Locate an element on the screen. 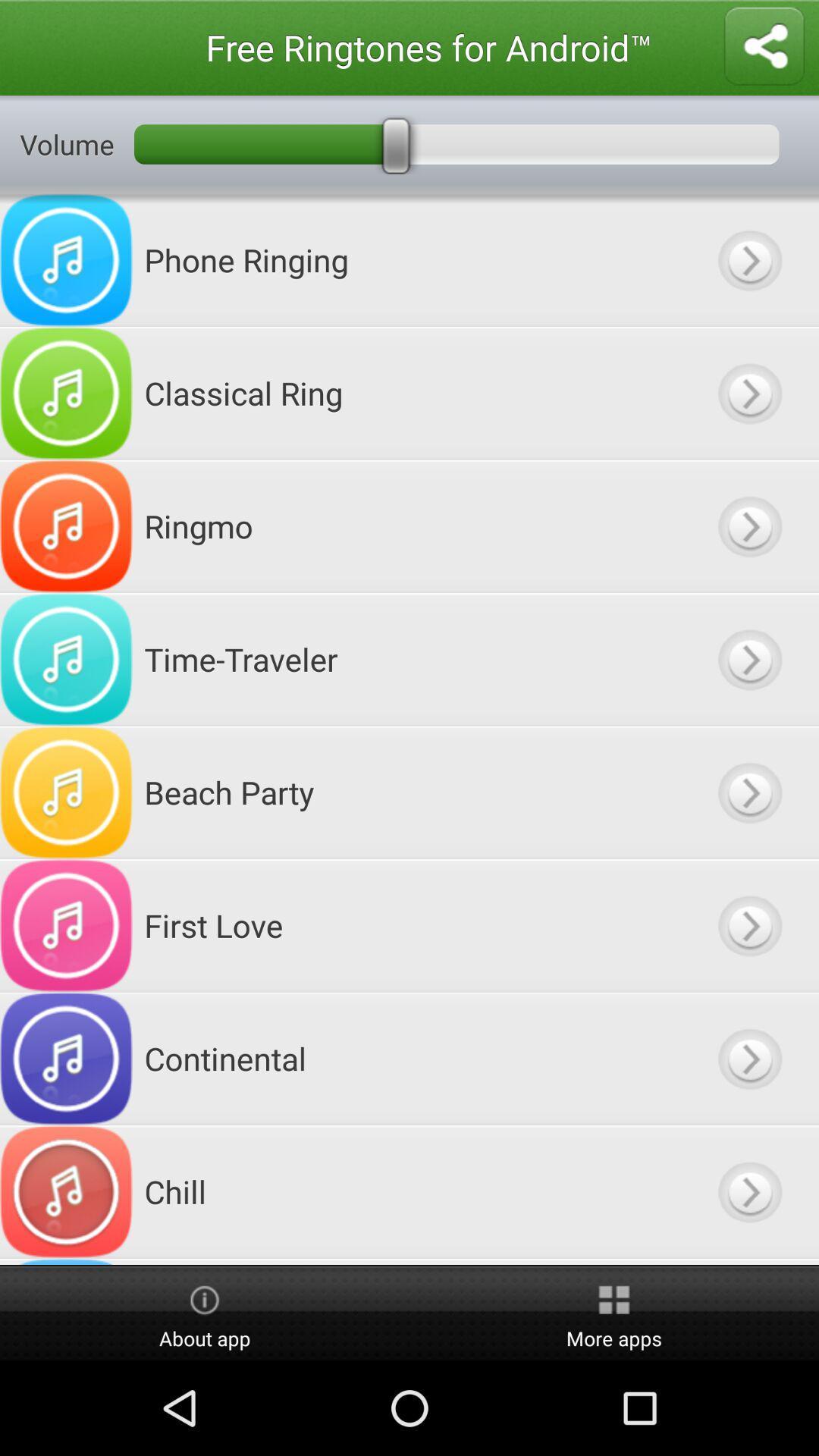 This screenshot has width=819, height=1456. ringtone is located at coordinates (748, 1058).